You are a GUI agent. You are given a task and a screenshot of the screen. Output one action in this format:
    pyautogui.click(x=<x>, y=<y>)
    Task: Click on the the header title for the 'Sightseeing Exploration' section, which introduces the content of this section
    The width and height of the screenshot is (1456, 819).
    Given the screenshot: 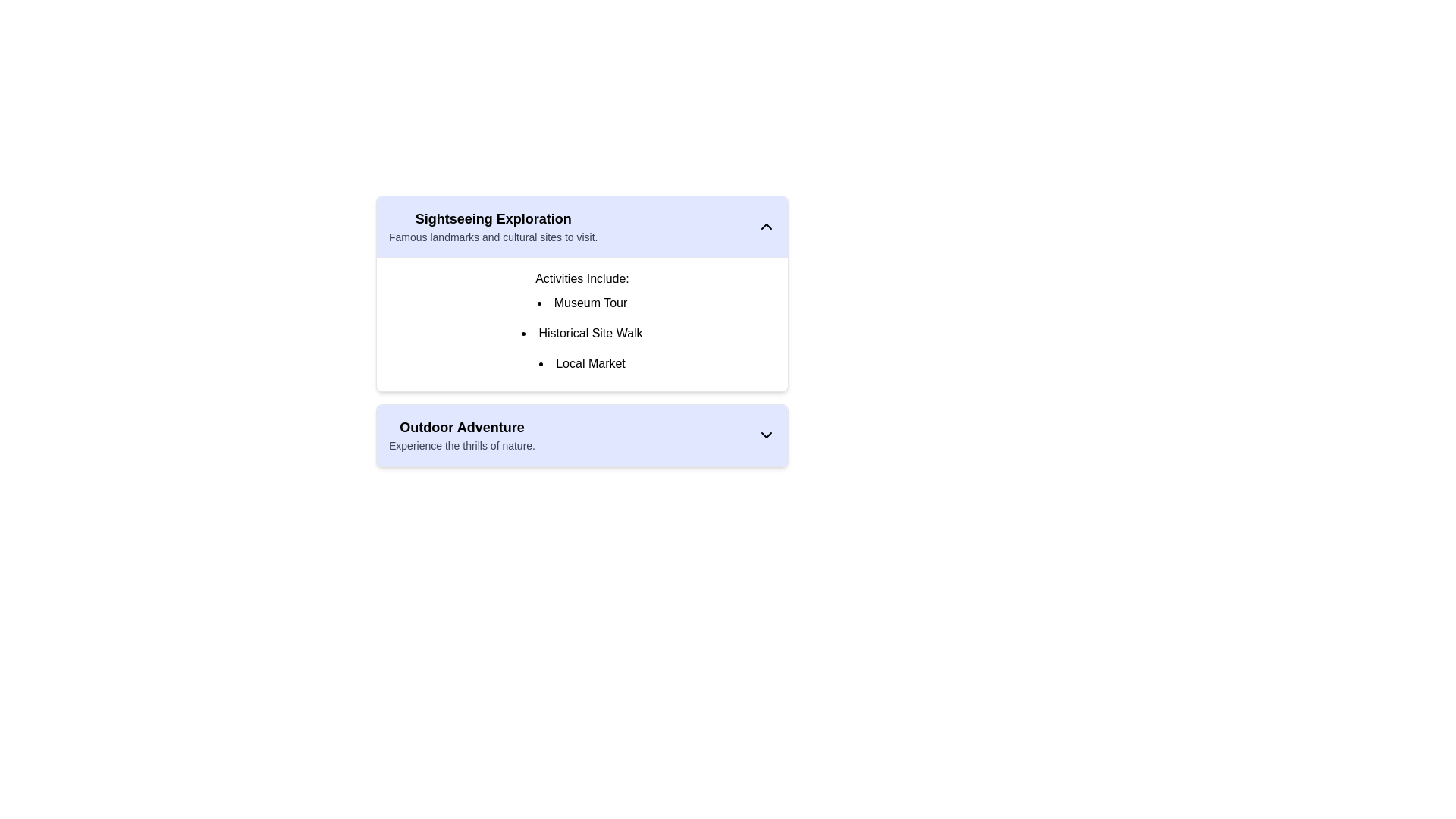 What is the action you would take?
    pyautogui.click(x=493, y=219)
    